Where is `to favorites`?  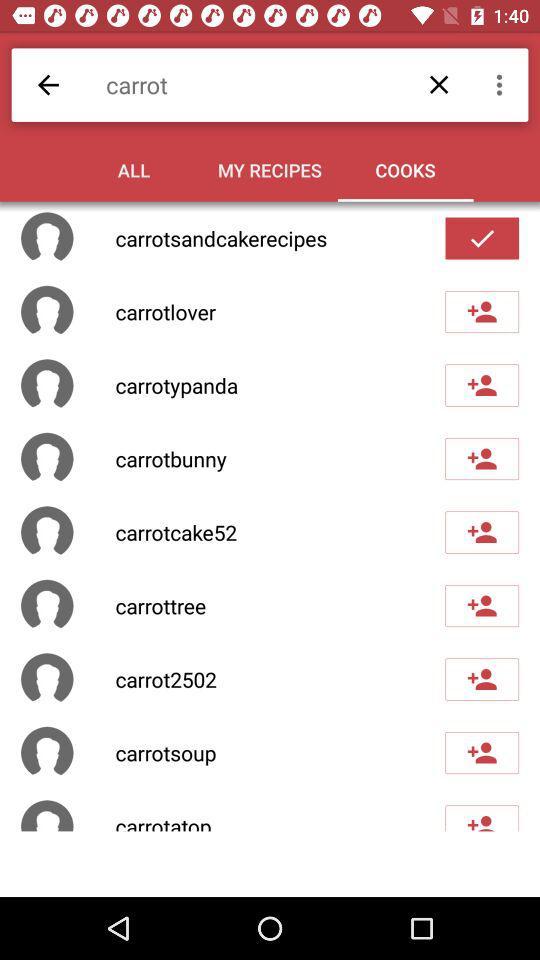
to favorites is located at coordinates (481, 238).